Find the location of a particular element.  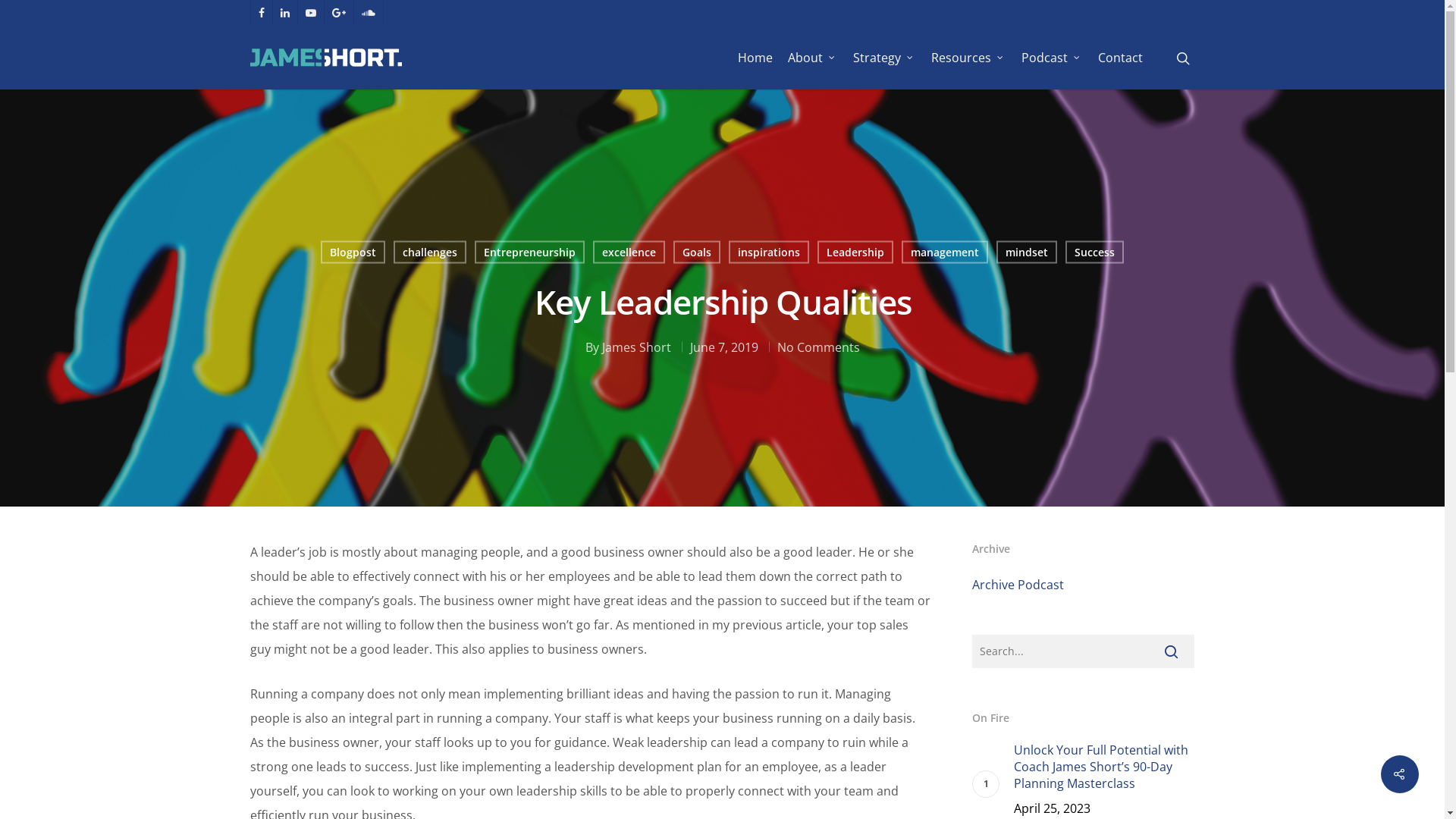

'Goals' is located at coordinates (695, 251).